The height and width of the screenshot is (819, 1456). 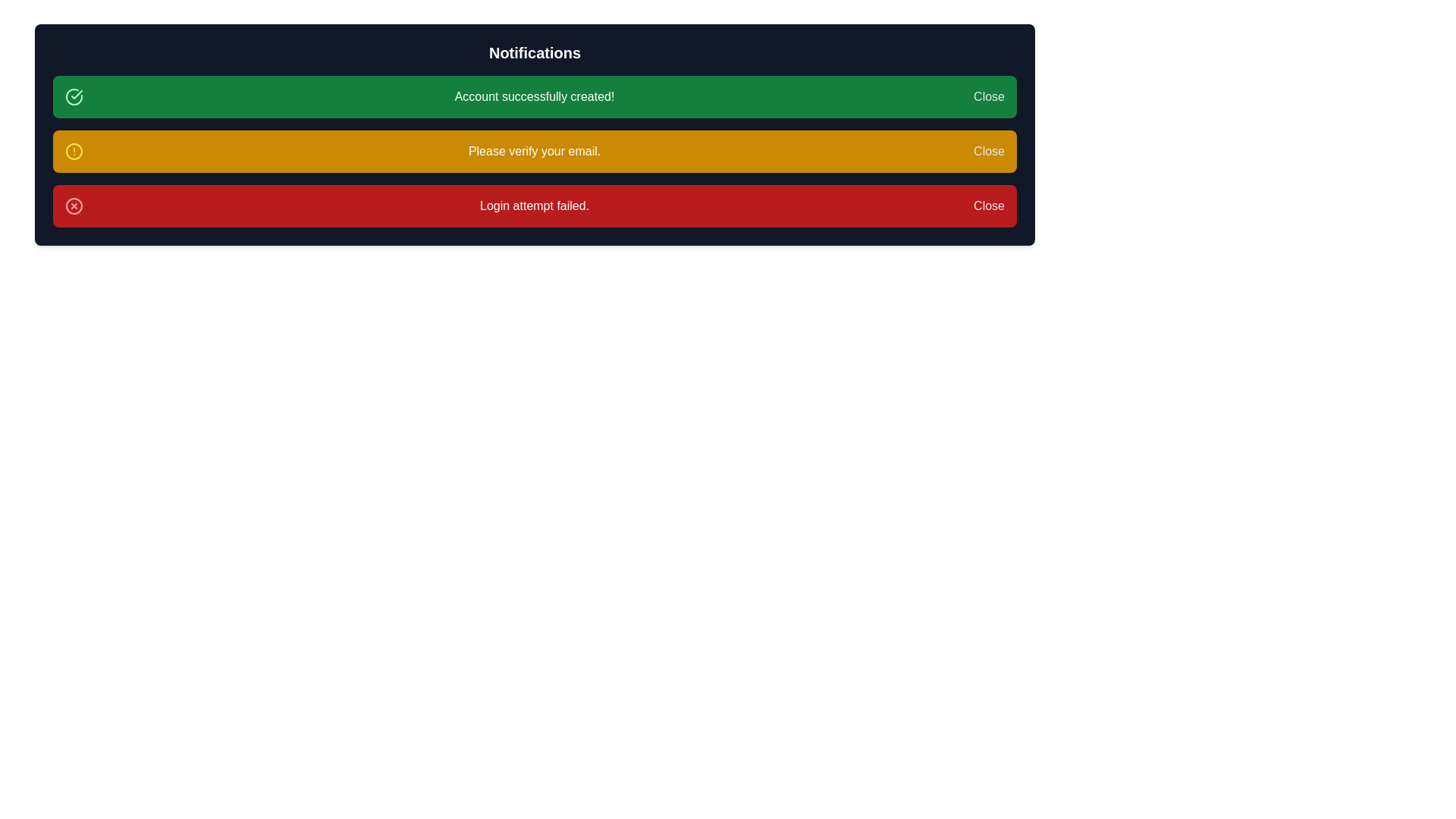 I want to click on the text label that states 'Account successfully created!', which is styled with a green background and white font, located in the first notification bar, so click(x=535, y=96).